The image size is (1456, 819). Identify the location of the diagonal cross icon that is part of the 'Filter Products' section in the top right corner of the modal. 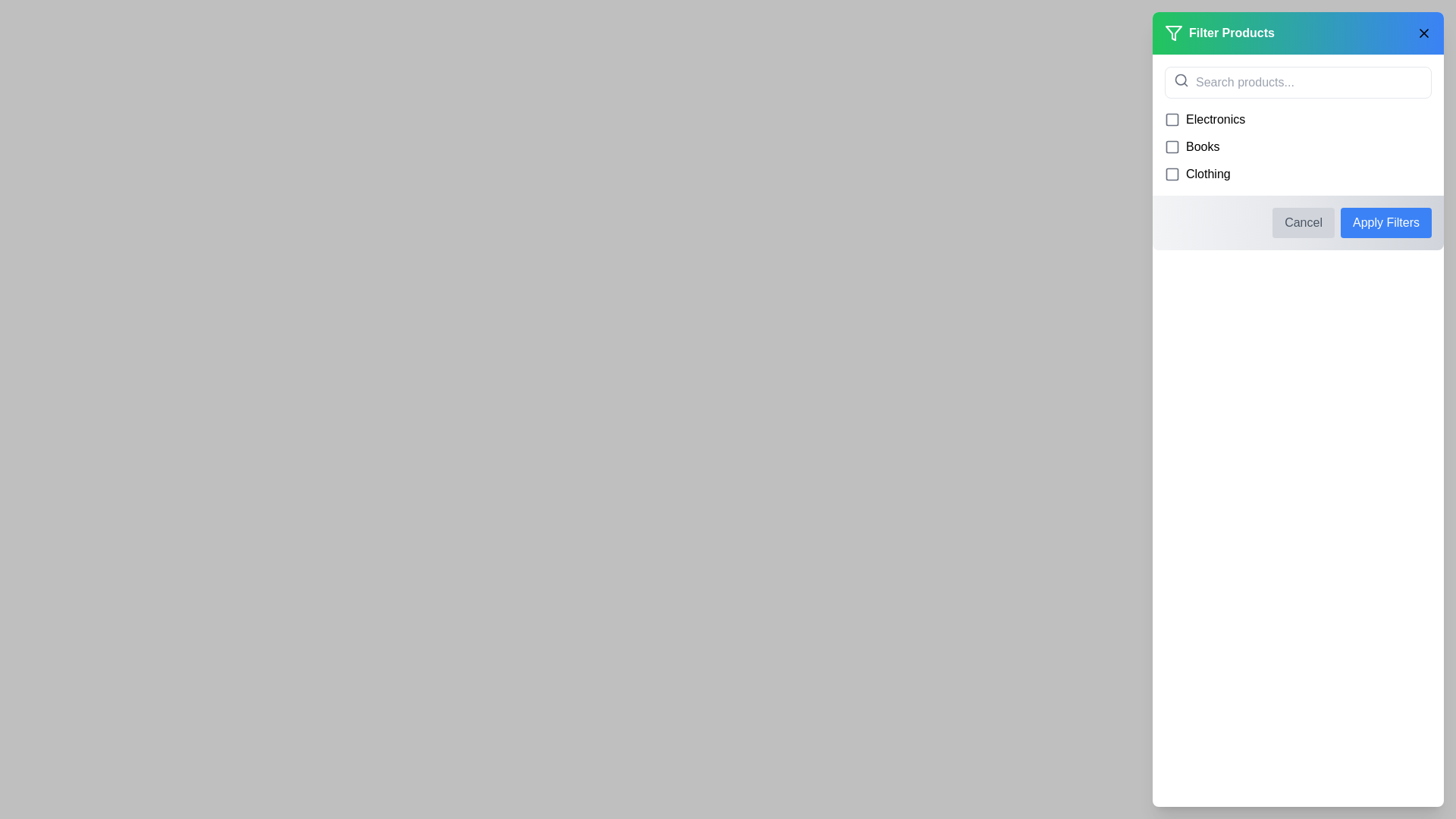
(1423, 33).